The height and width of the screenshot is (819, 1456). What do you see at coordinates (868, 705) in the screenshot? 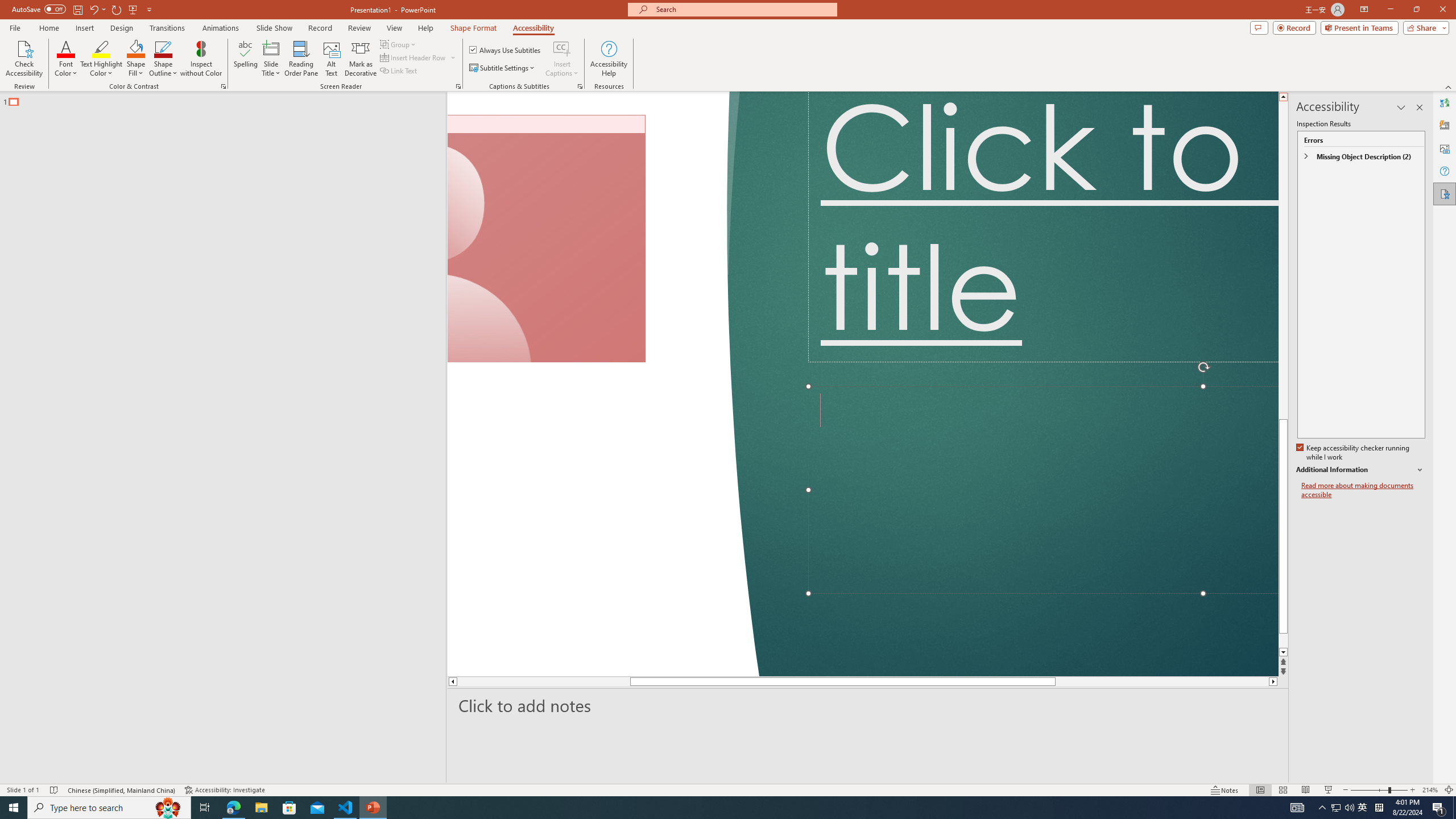
I see `'Slide Notes'` at bounding box center [868, 705].